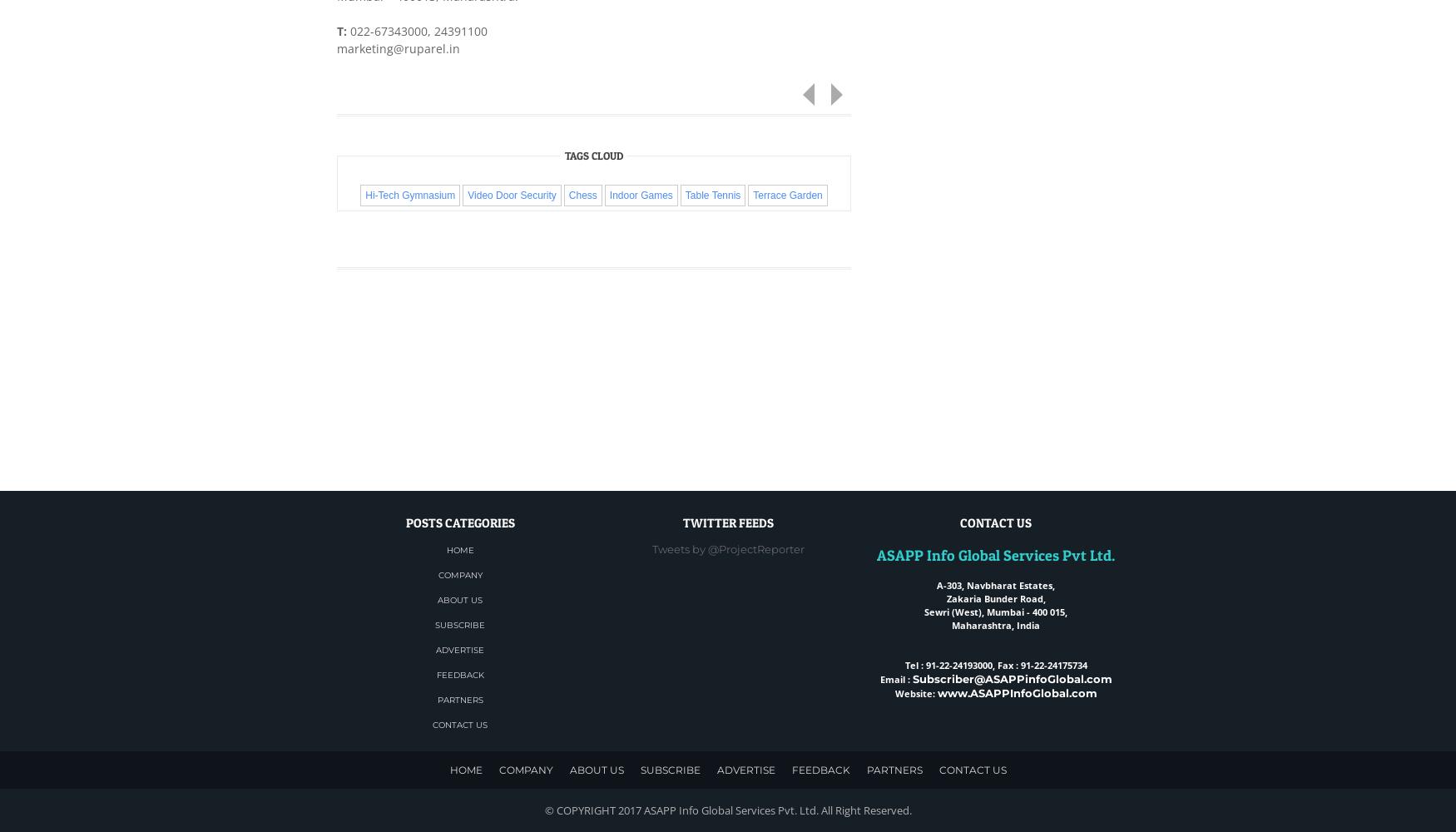 The image size is (1456, 832). I want to click on 'Advertise', so click(459, 650).